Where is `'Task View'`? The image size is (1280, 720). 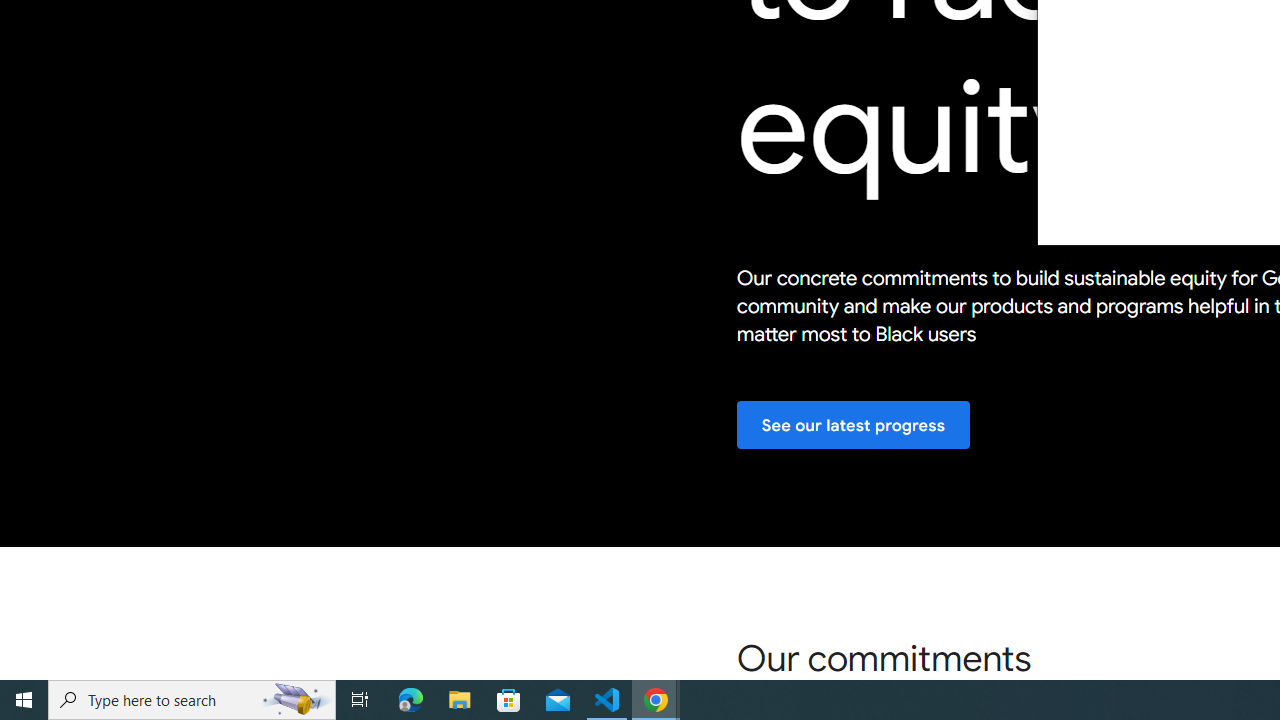 'Task View' is located at coordinates (359, 698).